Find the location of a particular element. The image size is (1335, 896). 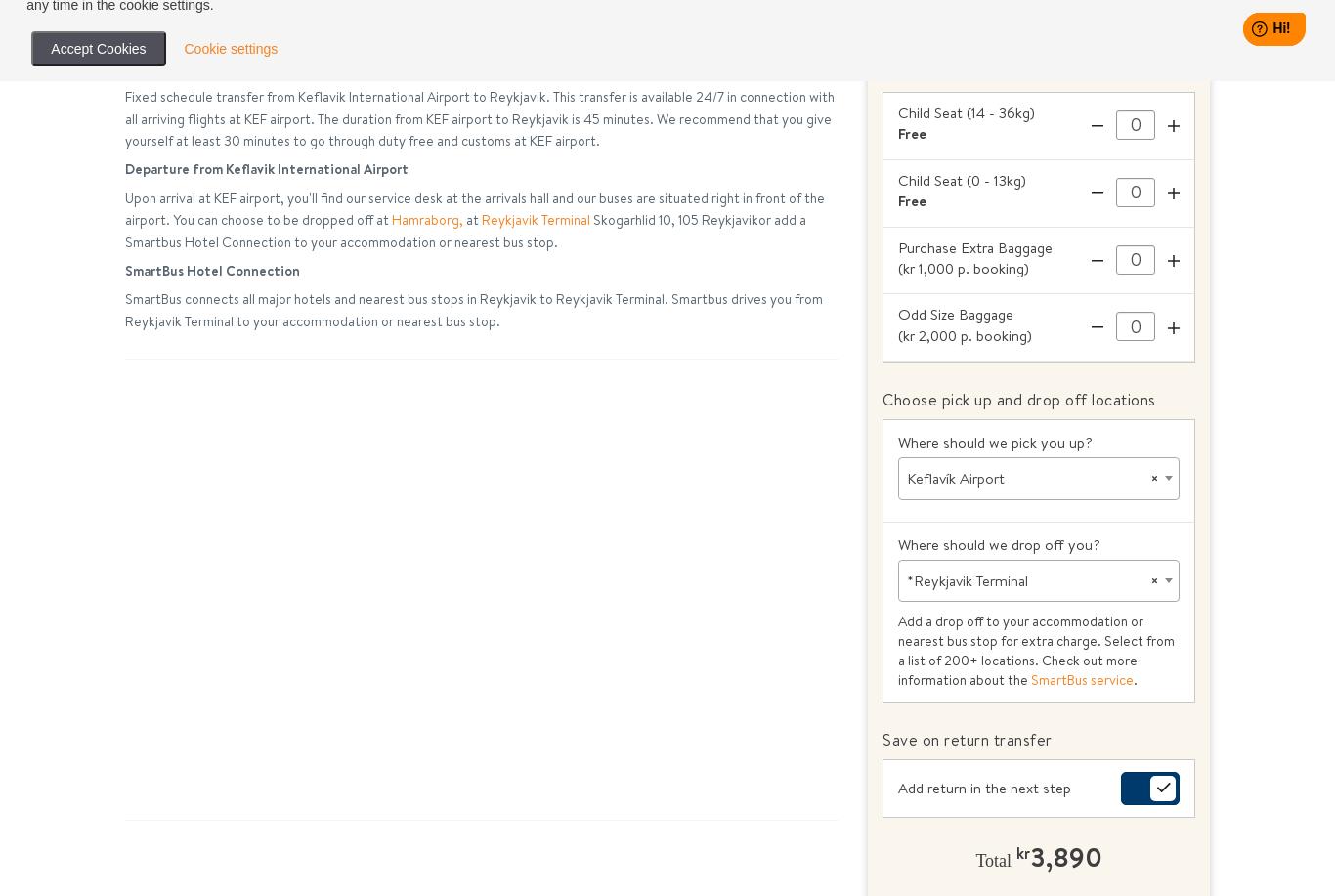

'Odd Size Baggage' is located at coordinates (898, 314).